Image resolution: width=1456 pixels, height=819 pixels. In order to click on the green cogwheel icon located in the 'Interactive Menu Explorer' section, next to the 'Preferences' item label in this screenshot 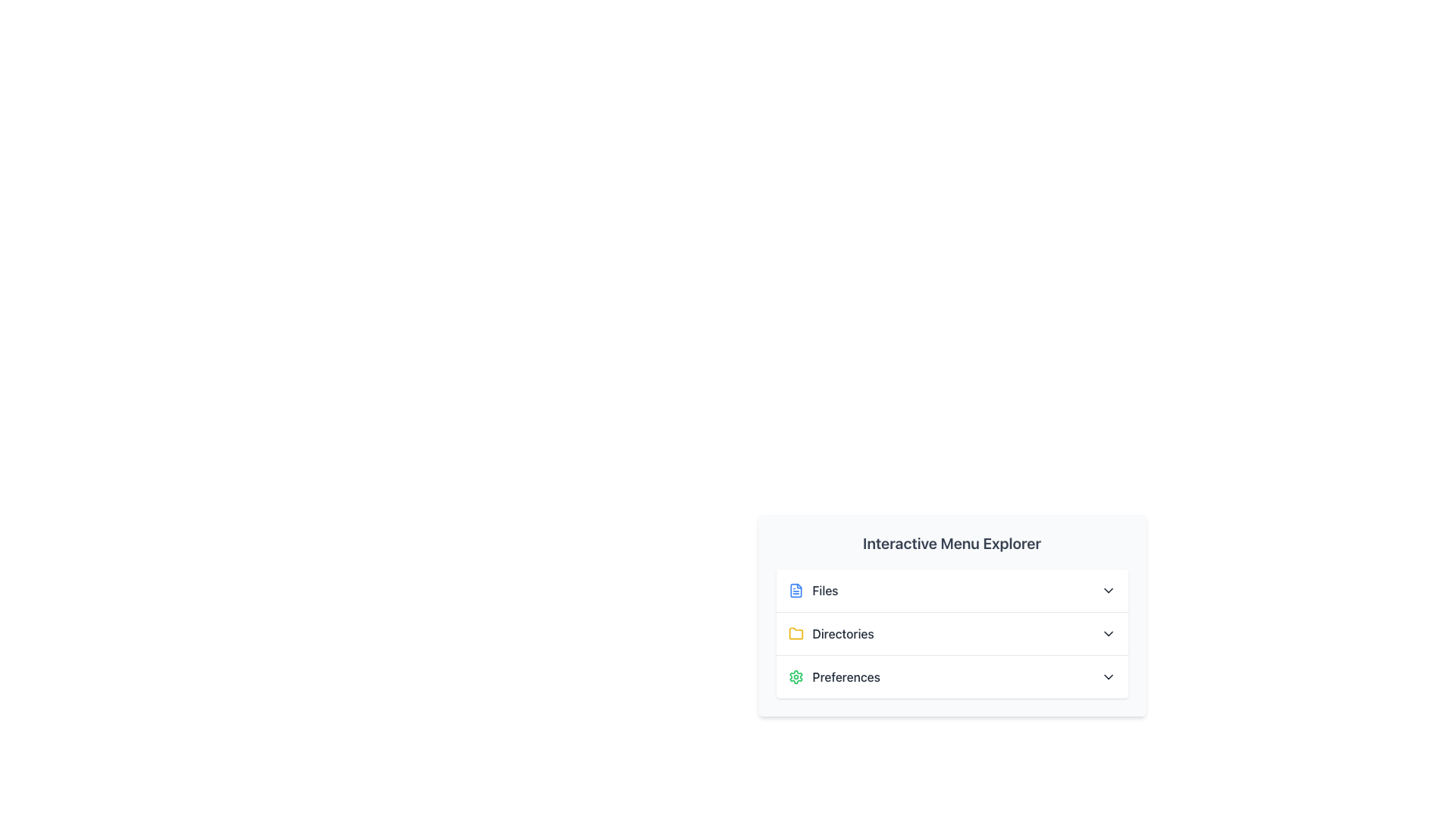, I will do `click(795, 676)`.